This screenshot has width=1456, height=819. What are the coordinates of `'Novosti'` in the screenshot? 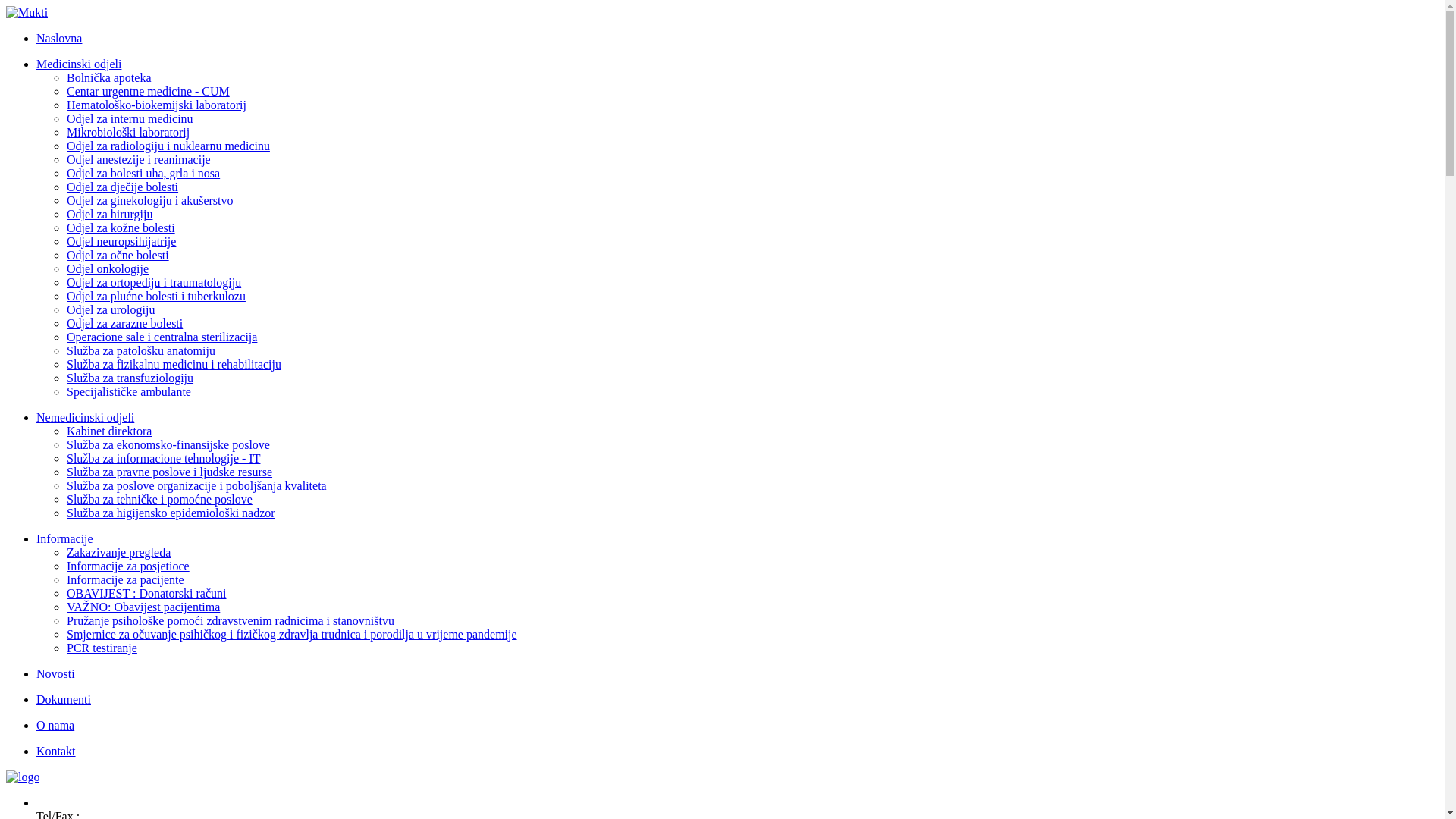 It's located at (55, 673).